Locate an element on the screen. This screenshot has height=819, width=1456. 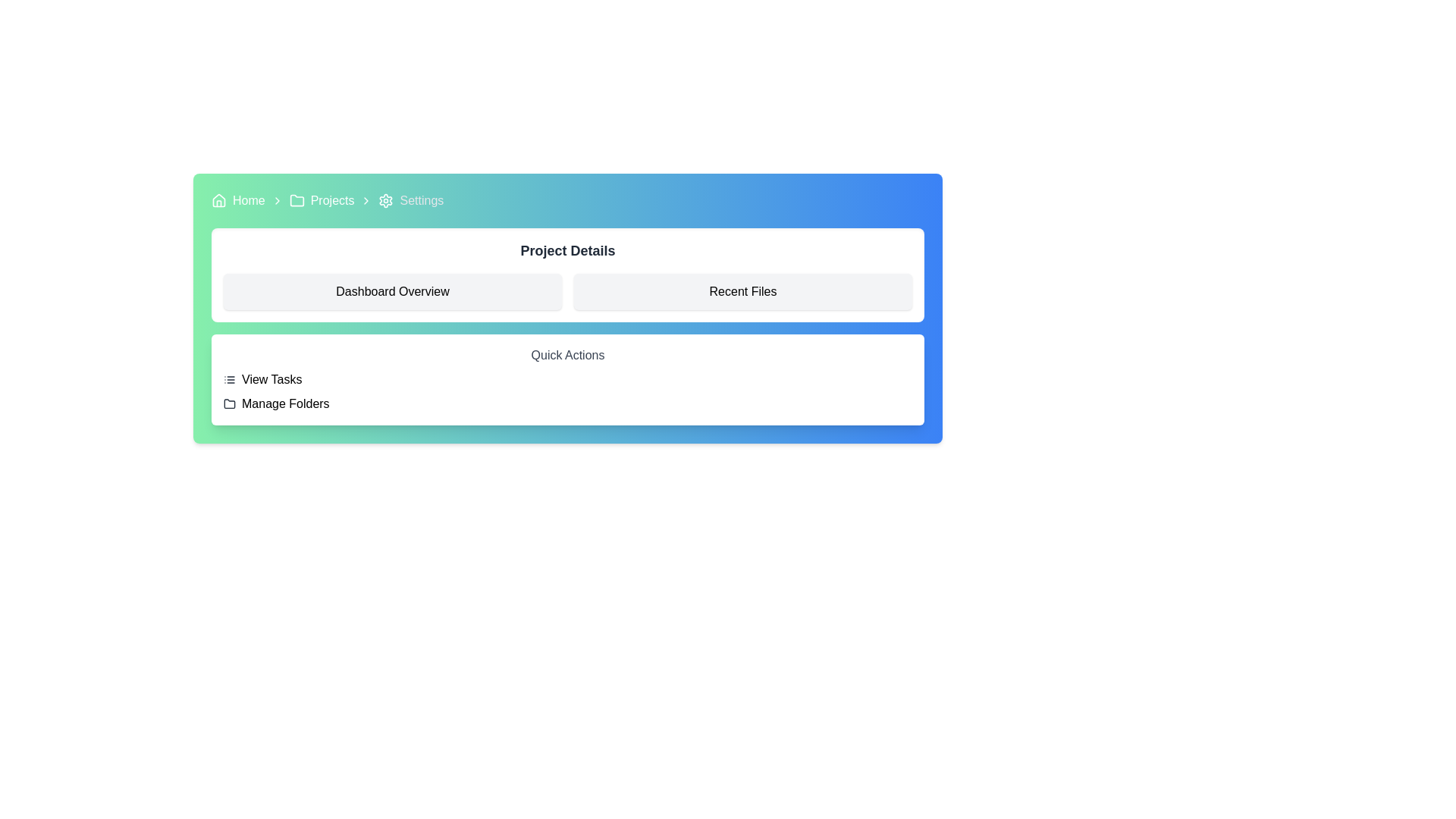
the settings icon in the horizontal breadcrumb navigation bar, which is the eleventh item and is located between the 'Projects' section and the 'Settings' label is located at coordinates (386, 200).